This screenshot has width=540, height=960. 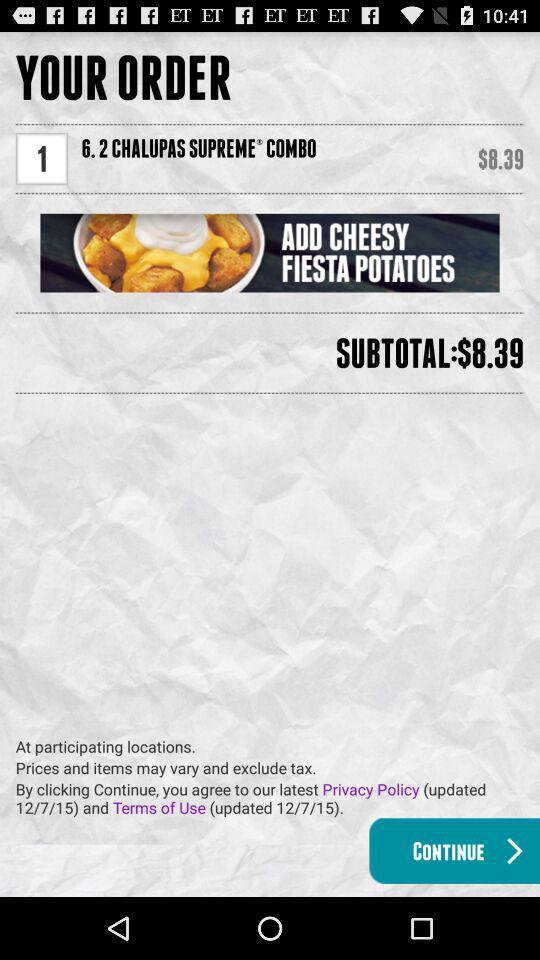 What do you see at coordinates (276, 798) in the screenshot?
I see `by clicking continue icon` at bounding box center [276, 798].